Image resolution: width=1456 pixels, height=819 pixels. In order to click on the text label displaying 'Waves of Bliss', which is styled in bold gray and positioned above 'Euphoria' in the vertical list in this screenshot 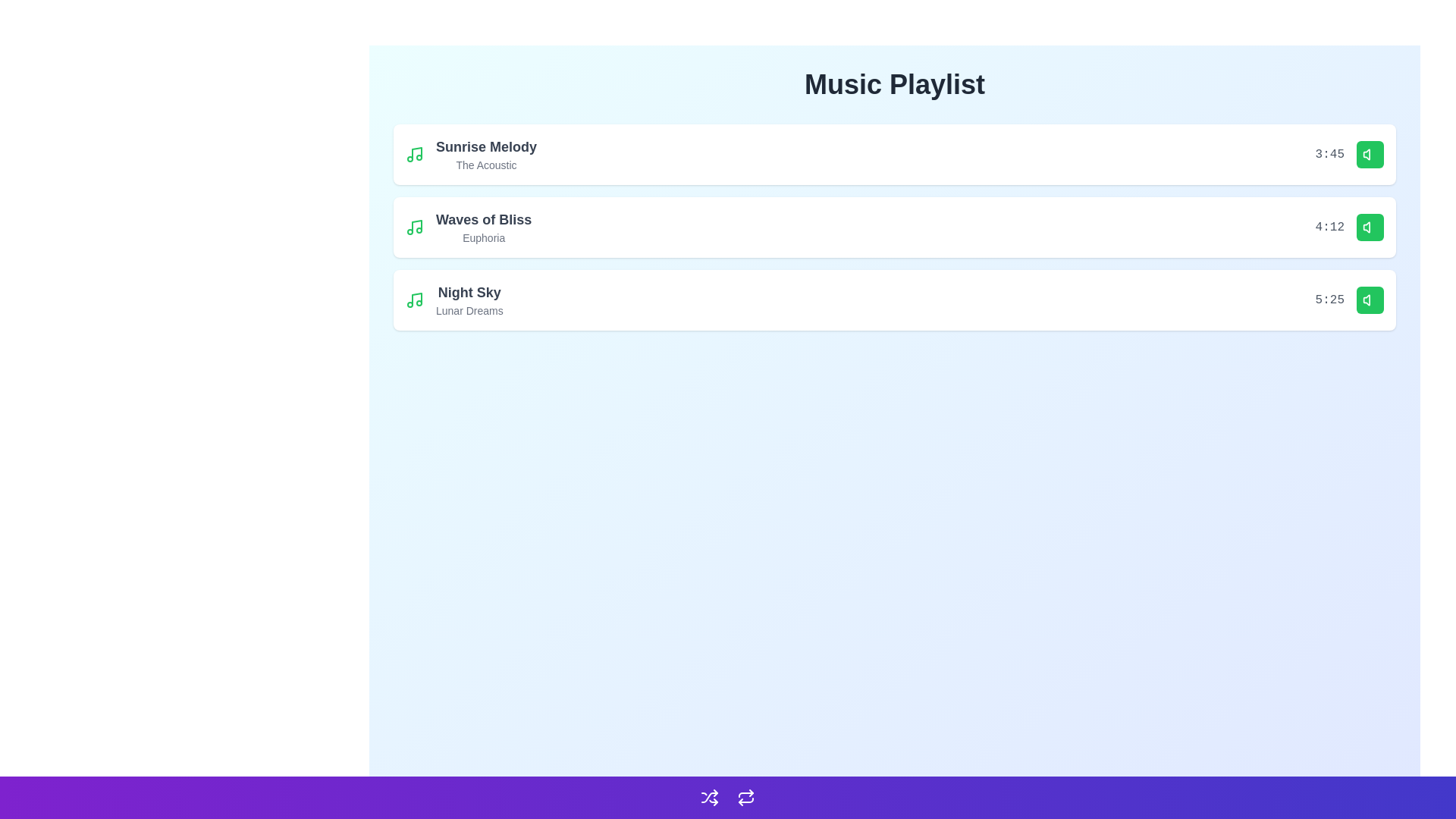, I will do `click(483, 219)`.